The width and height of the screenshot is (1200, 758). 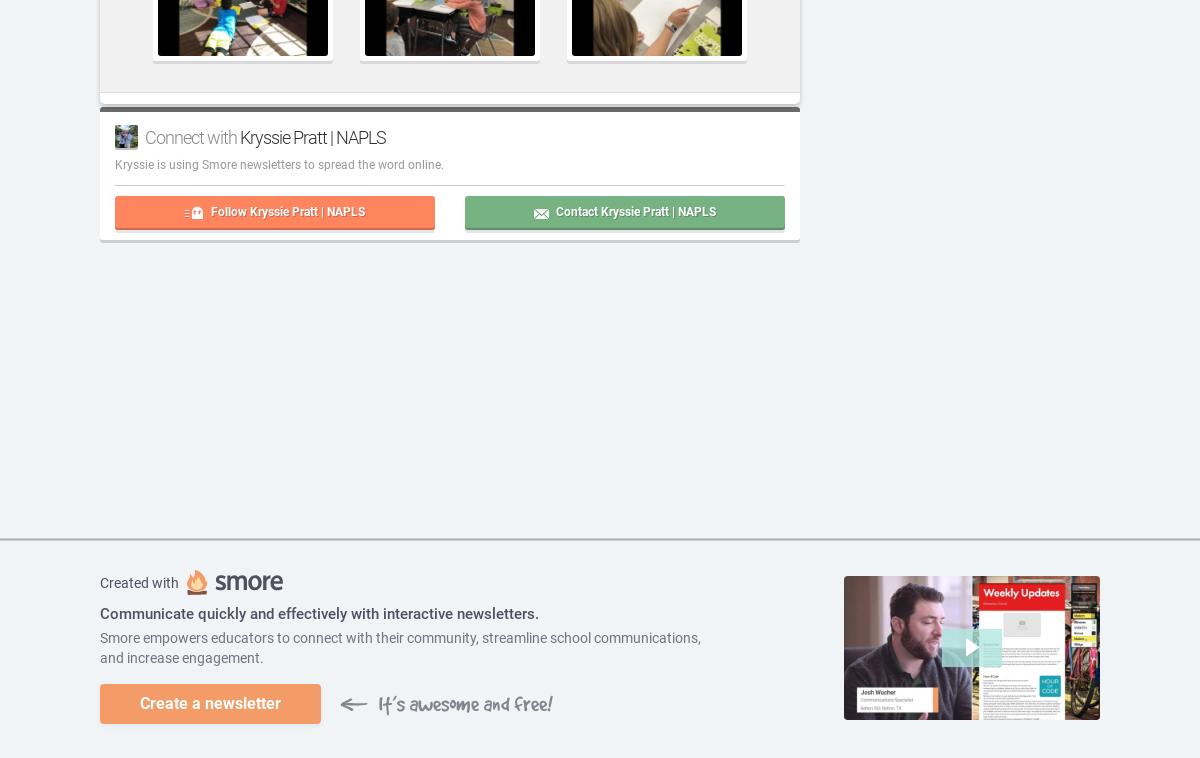 I want to click on 'Connect with', so click(x=191, y=136).